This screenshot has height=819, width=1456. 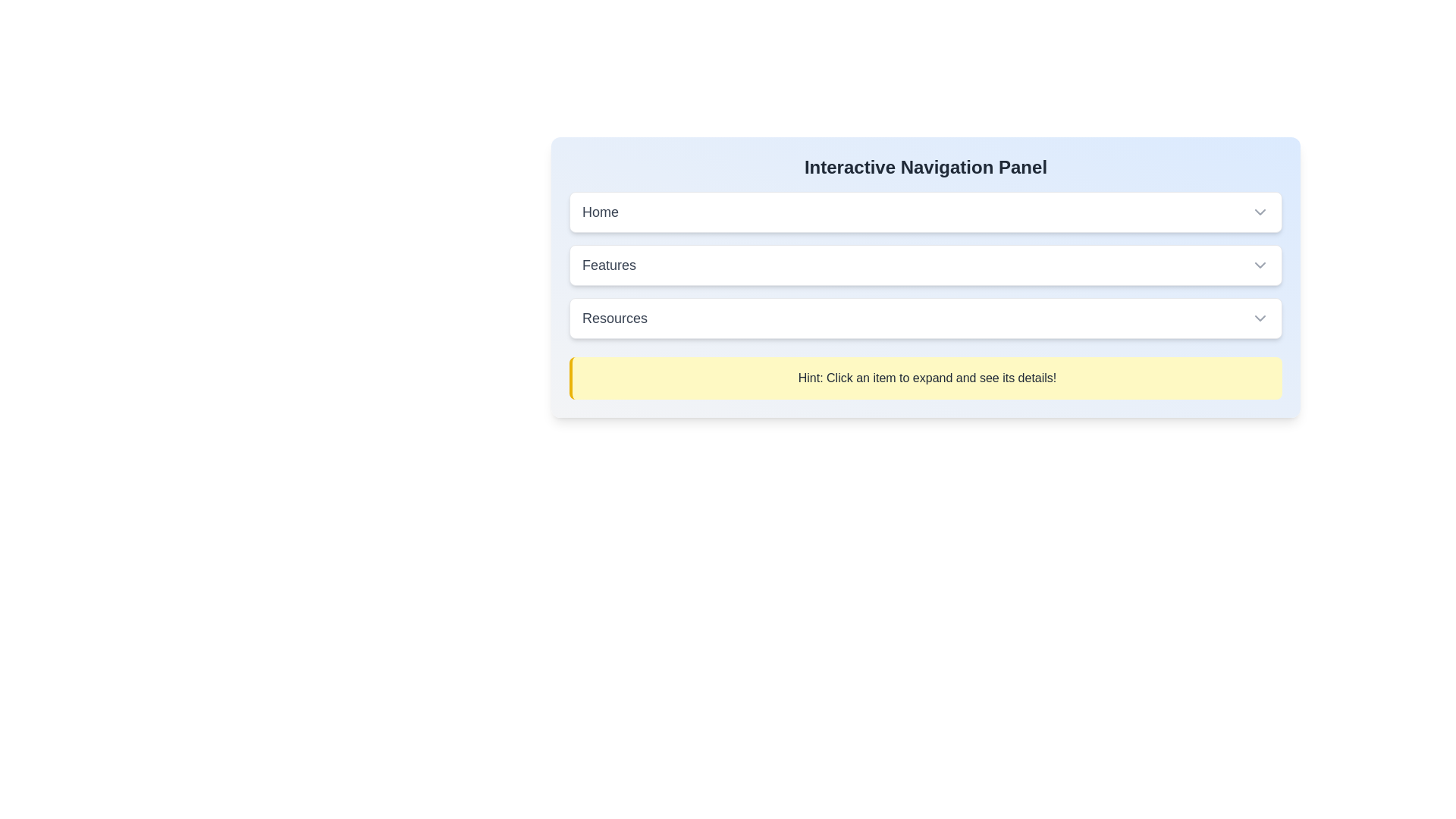 What do you see at coordinates (1260, 265) in the screenshot?
I see `the downward arrow icon, which is a gray Dropdown indicator located to the far-right of the 'Features' label within the 'Interactive Navigation Panel'` at bounding box center [1260, 265].